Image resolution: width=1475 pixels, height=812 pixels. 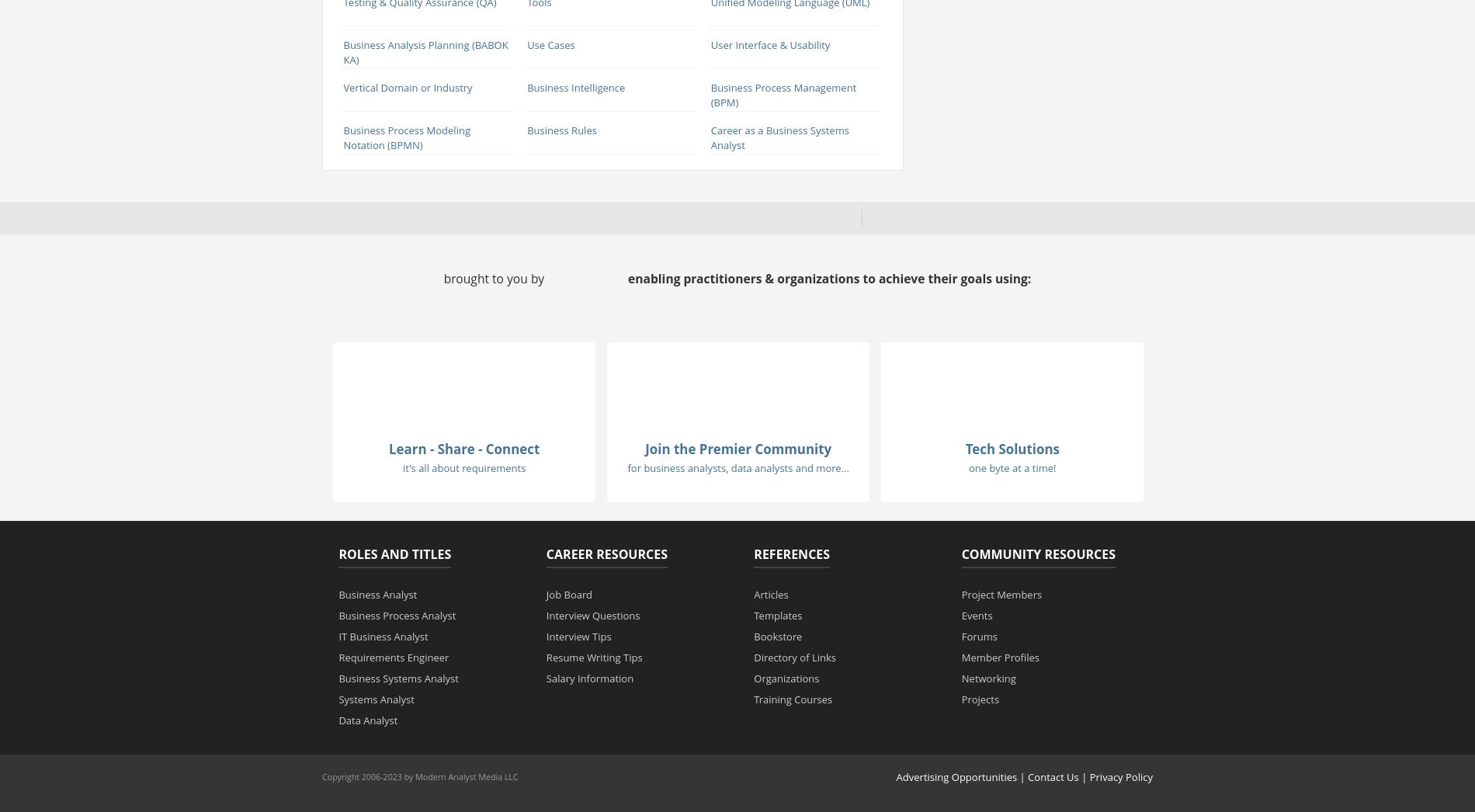 What do you see at coordinates (644, 449) in the screenshot?
I see `'Join the Premier Community'` at bounding box center [644, 449].